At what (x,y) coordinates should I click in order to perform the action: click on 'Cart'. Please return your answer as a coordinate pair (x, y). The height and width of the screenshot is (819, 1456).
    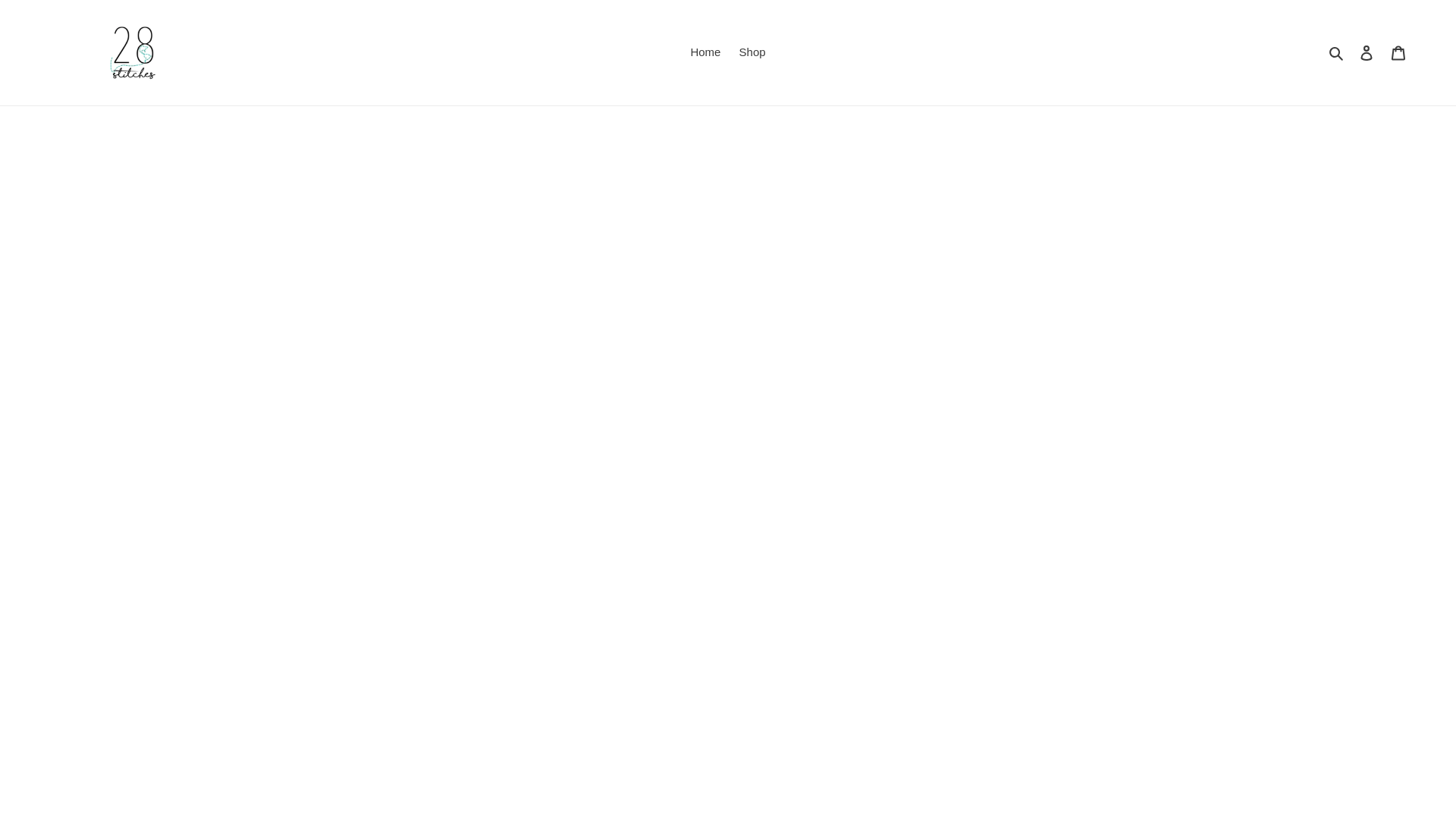
    Looking at the image, I should click on (1397, 52).